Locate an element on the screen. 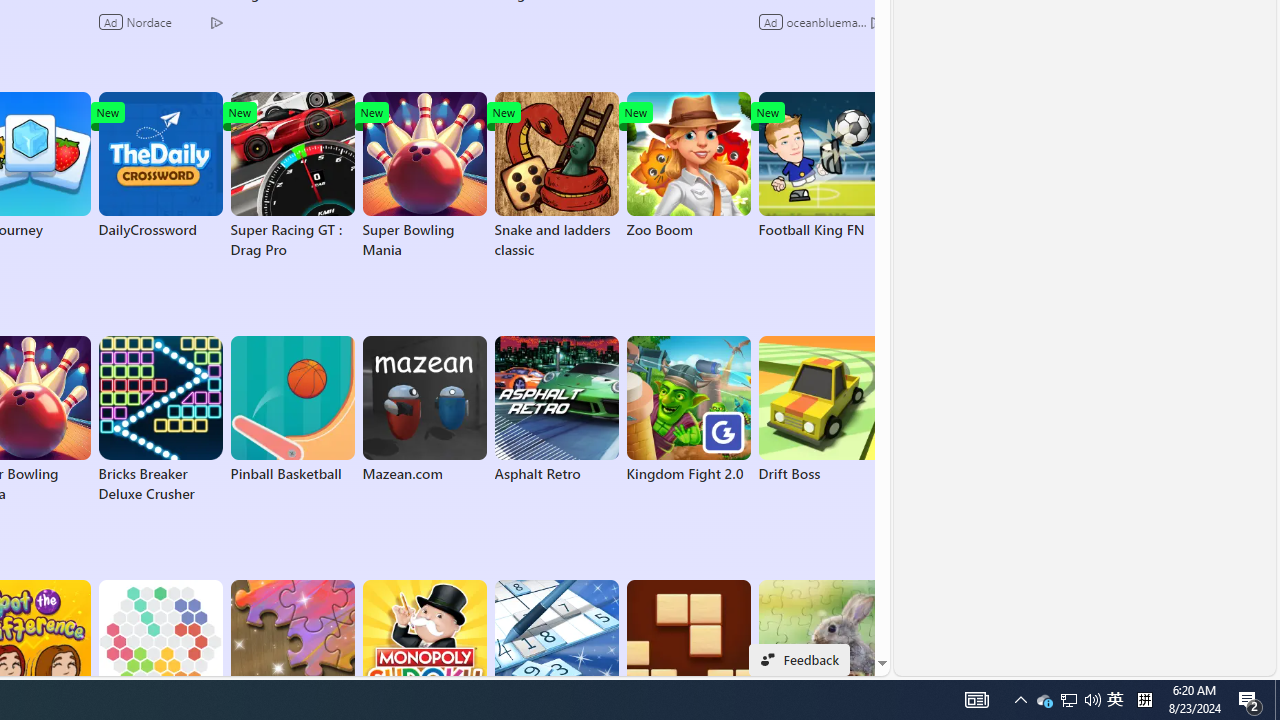 The image size is (1280, 720). 'Kingdom Fight 2.0' is located at coordinates (688, 409).